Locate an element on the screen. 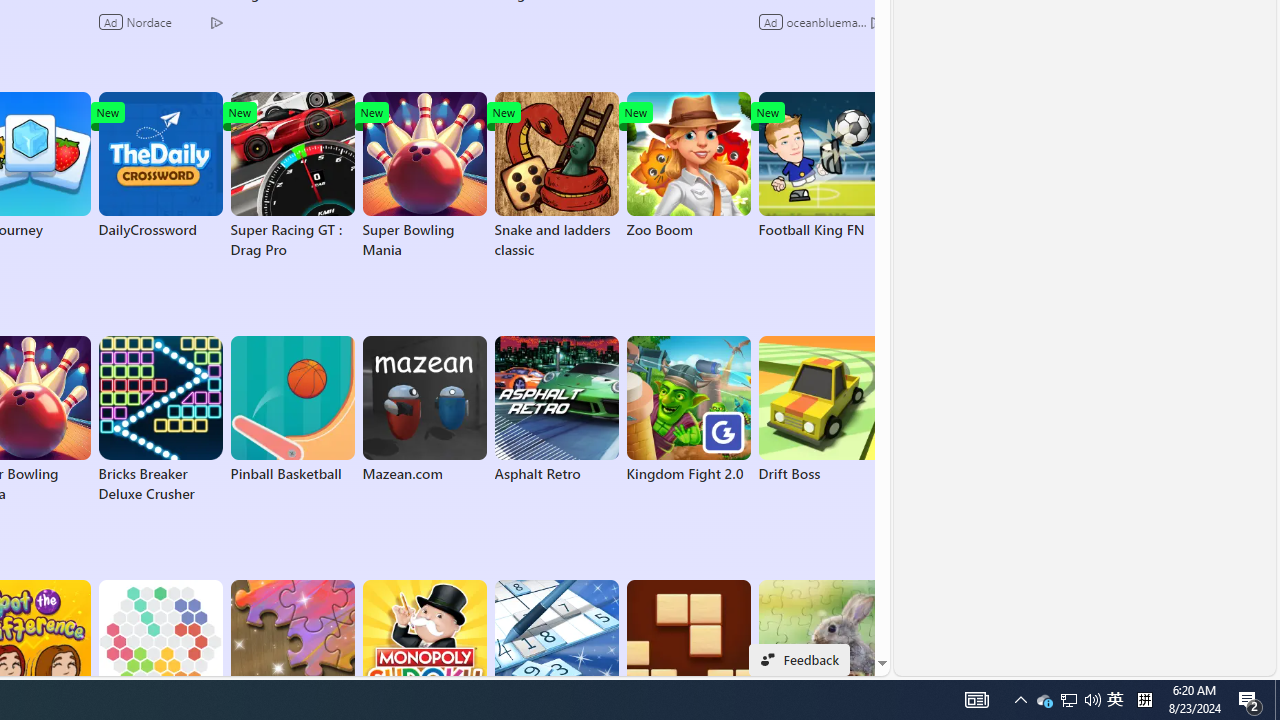 The image size is (1280, 720). 'Kingdom Fight 2.0' is located at coordinates (688, 409).